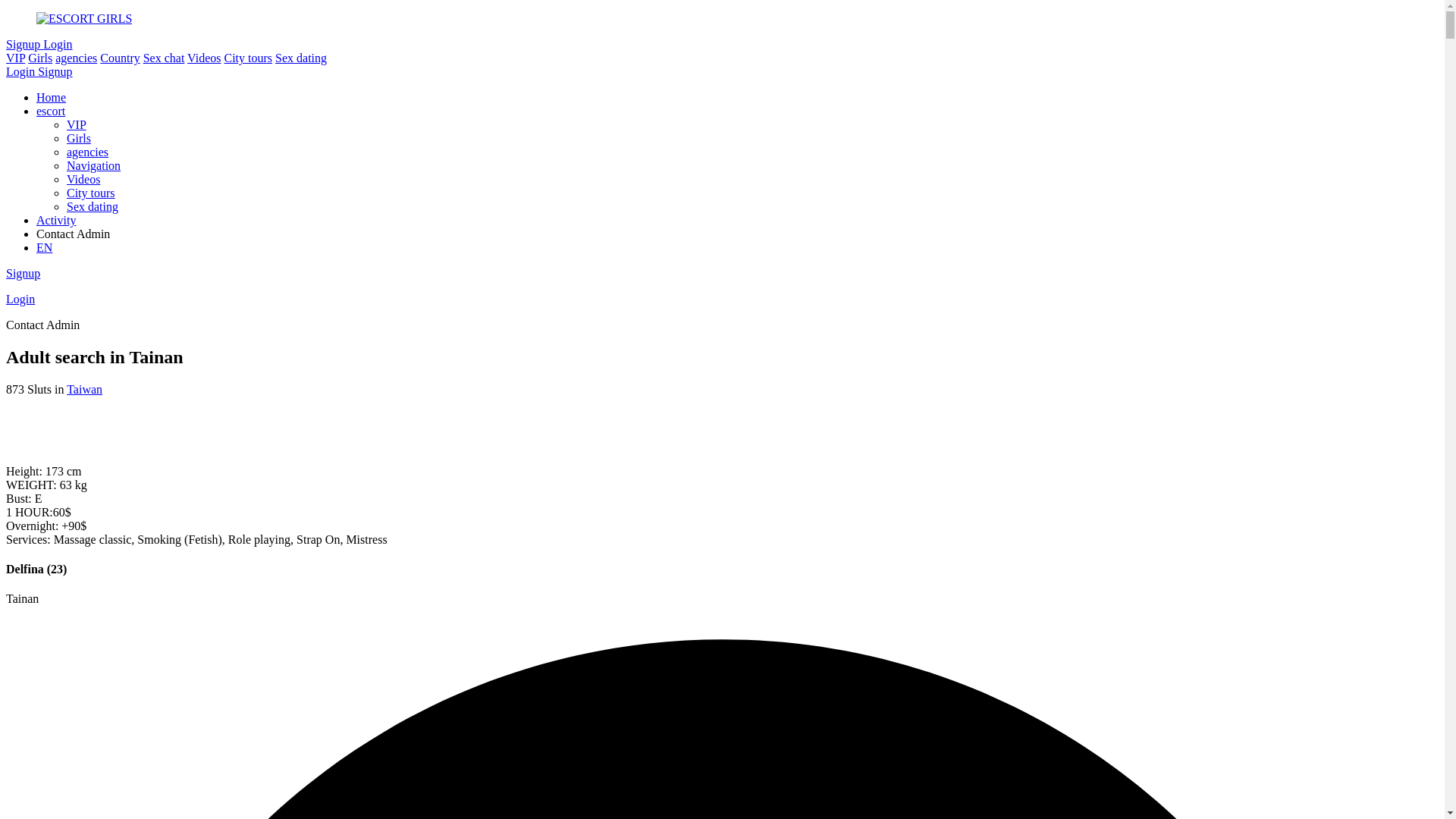  I want to click on 'Sex chat', so click(143, 57).